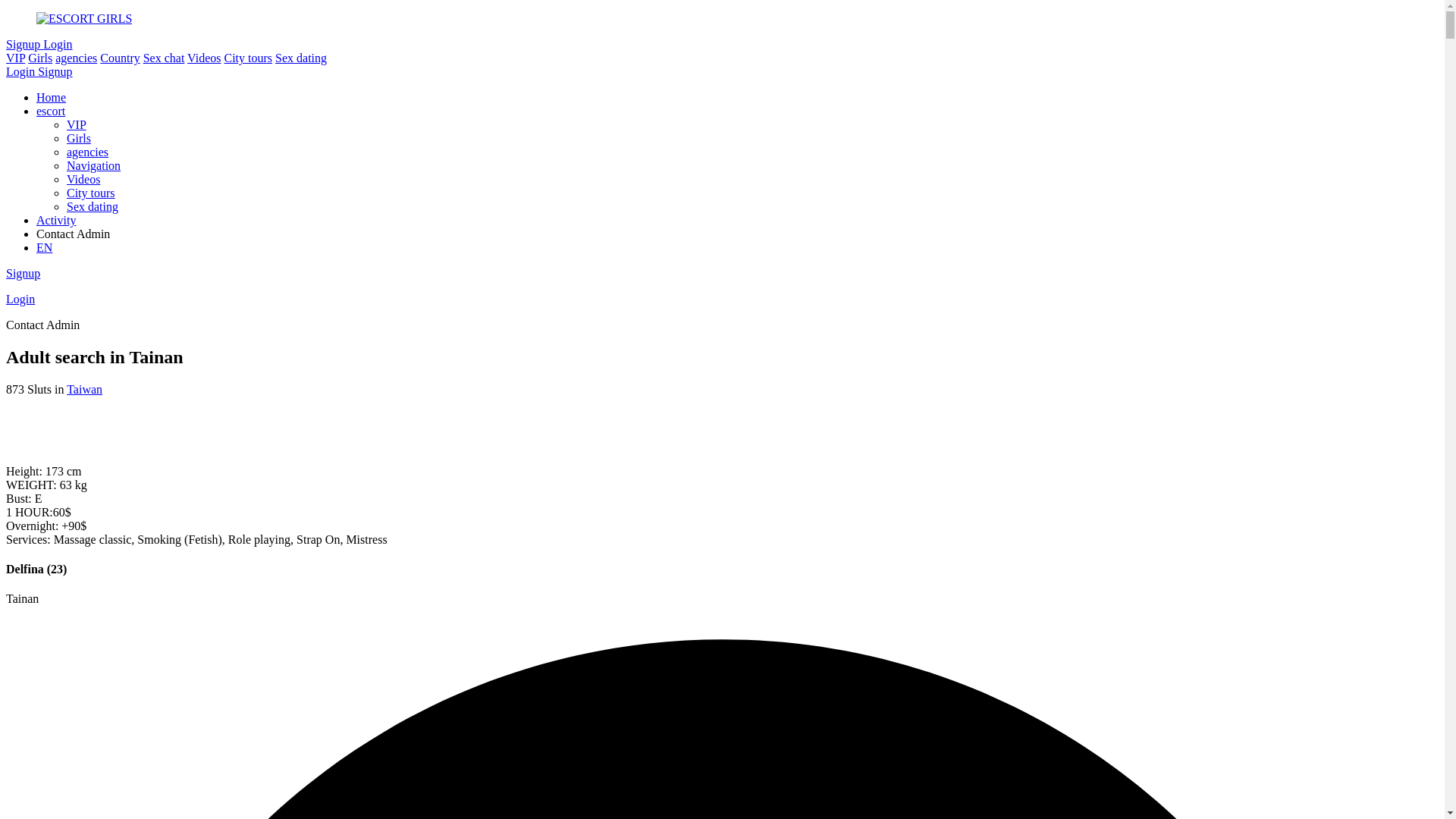  I want to click on 'Sex chat', so click(143, 57).